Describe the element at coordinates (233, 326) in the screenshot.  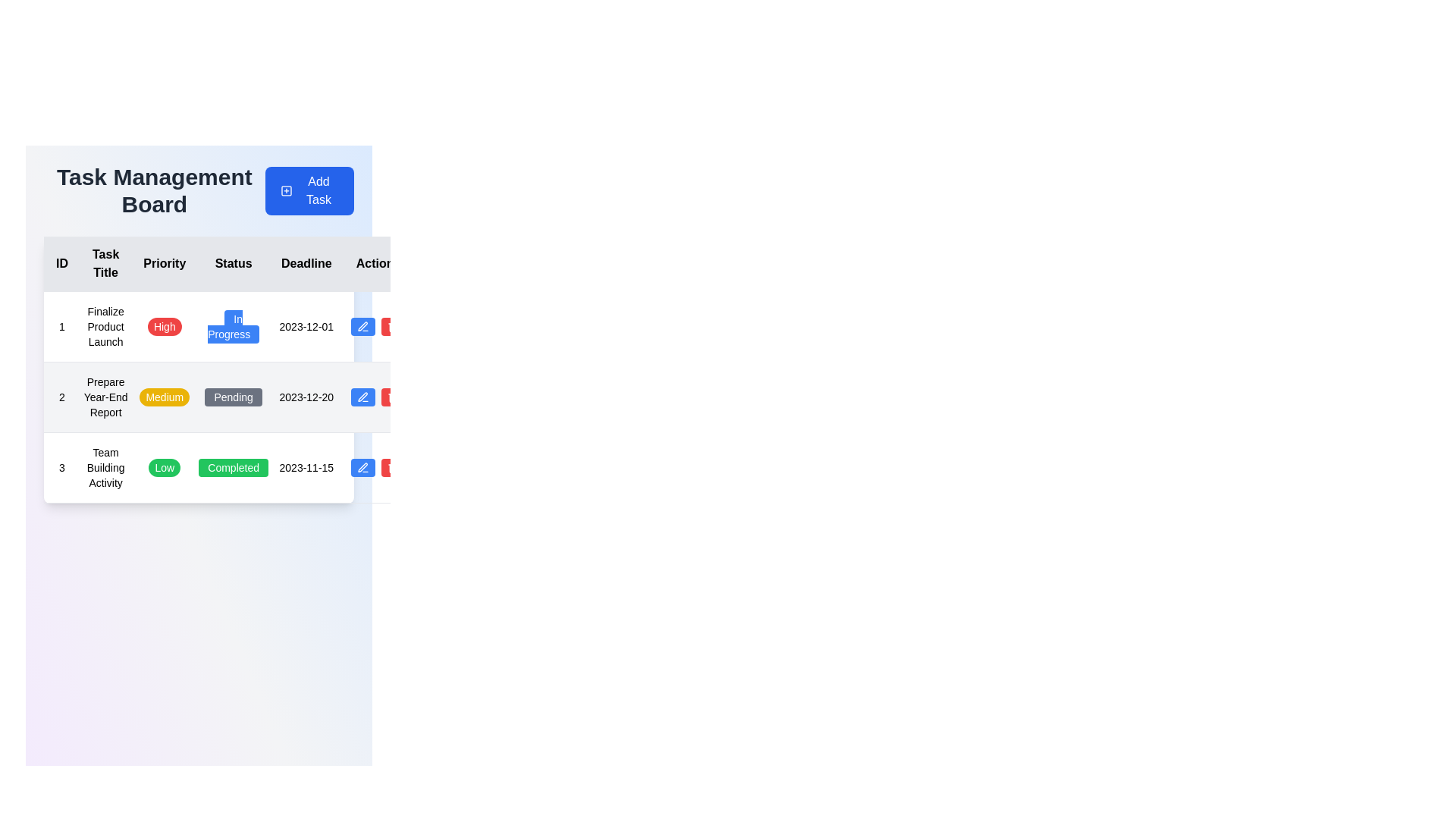
I see `the Status Badge in the 'Status' column of the first row in the task management table, which indicates that the associated task is currently in progress` at that location.